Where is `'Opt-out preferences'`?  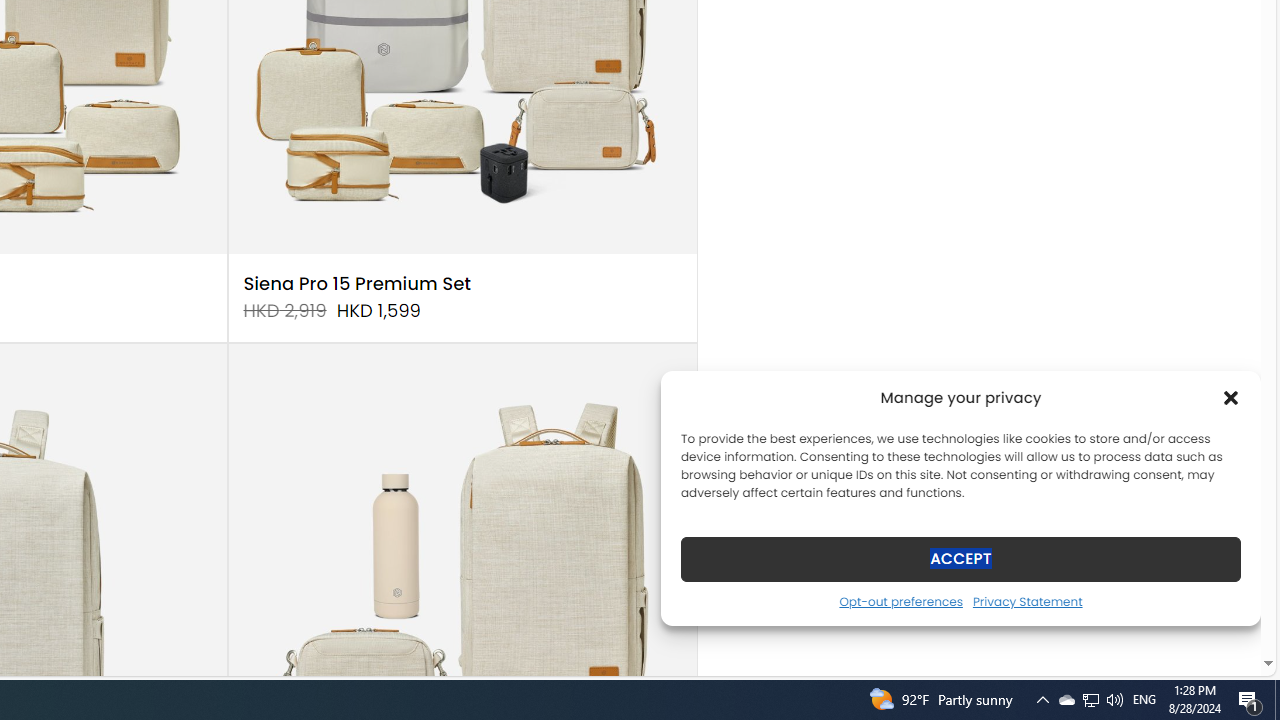 'Opt-out preferences' is located at coordinates (899, 600).